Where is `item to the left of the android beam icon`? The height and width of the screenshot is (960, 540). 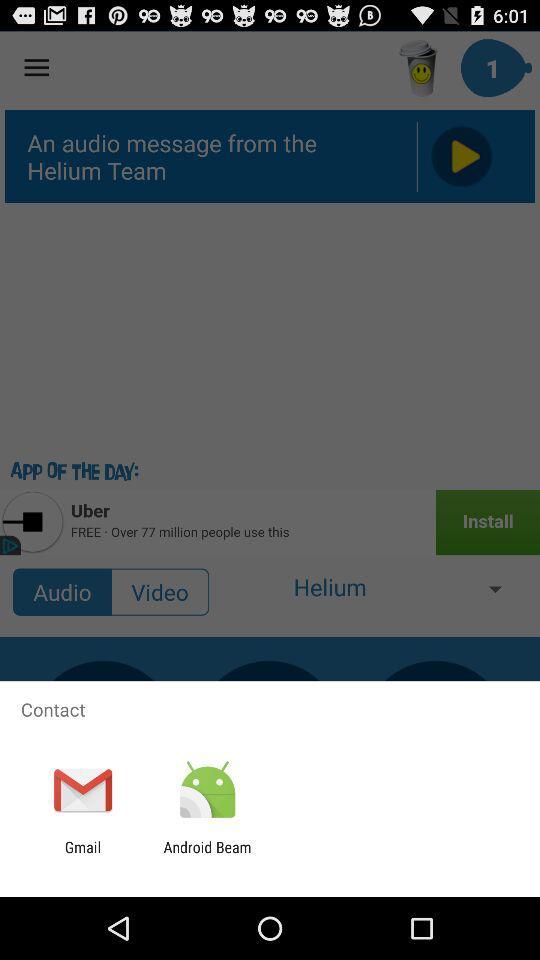
item to the left of the android beam icon is located at coordinates (82, 855).